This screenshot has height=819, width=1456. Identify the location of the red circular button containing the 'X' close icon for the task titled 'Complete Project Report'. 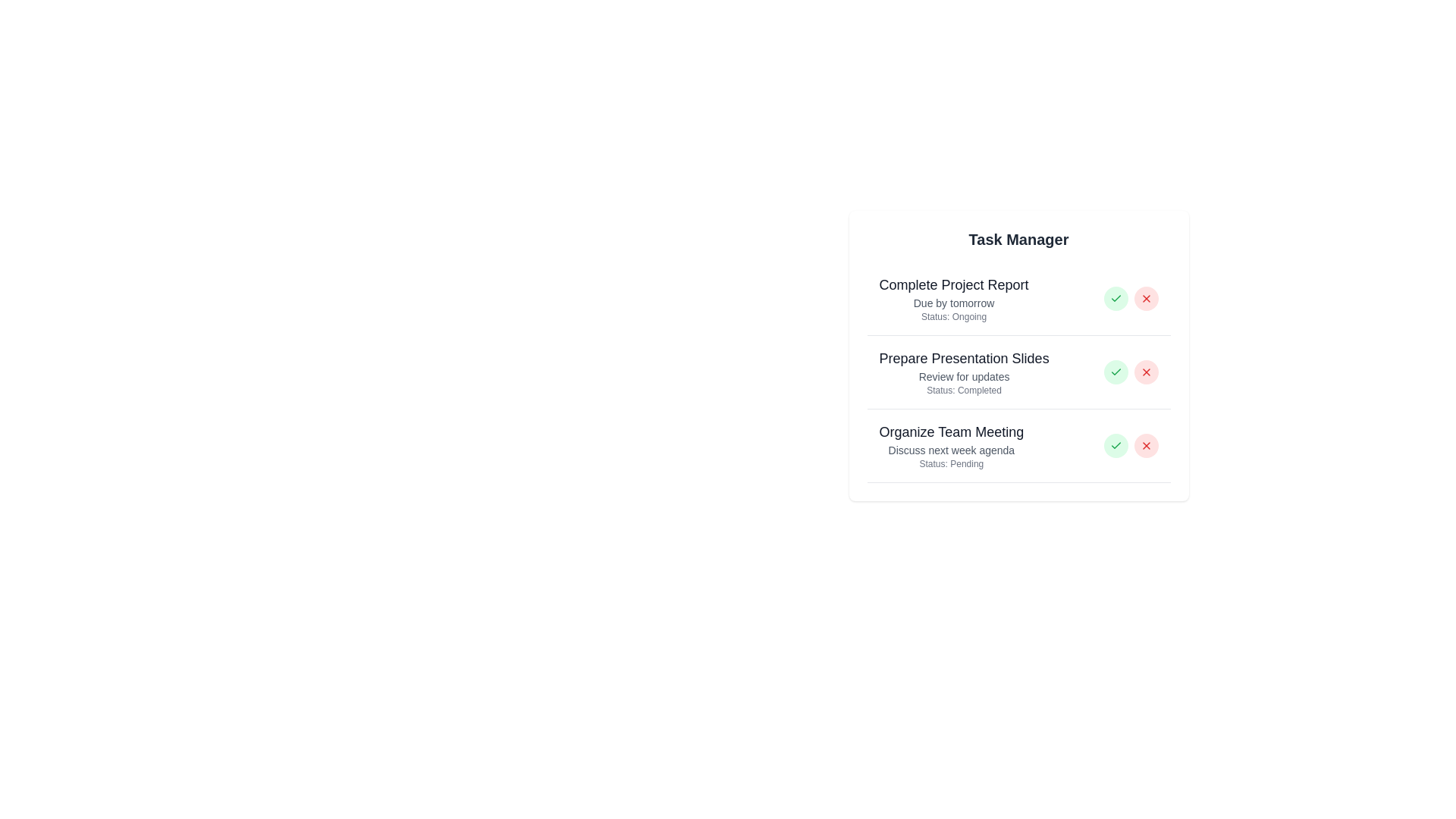
(1146, 298).